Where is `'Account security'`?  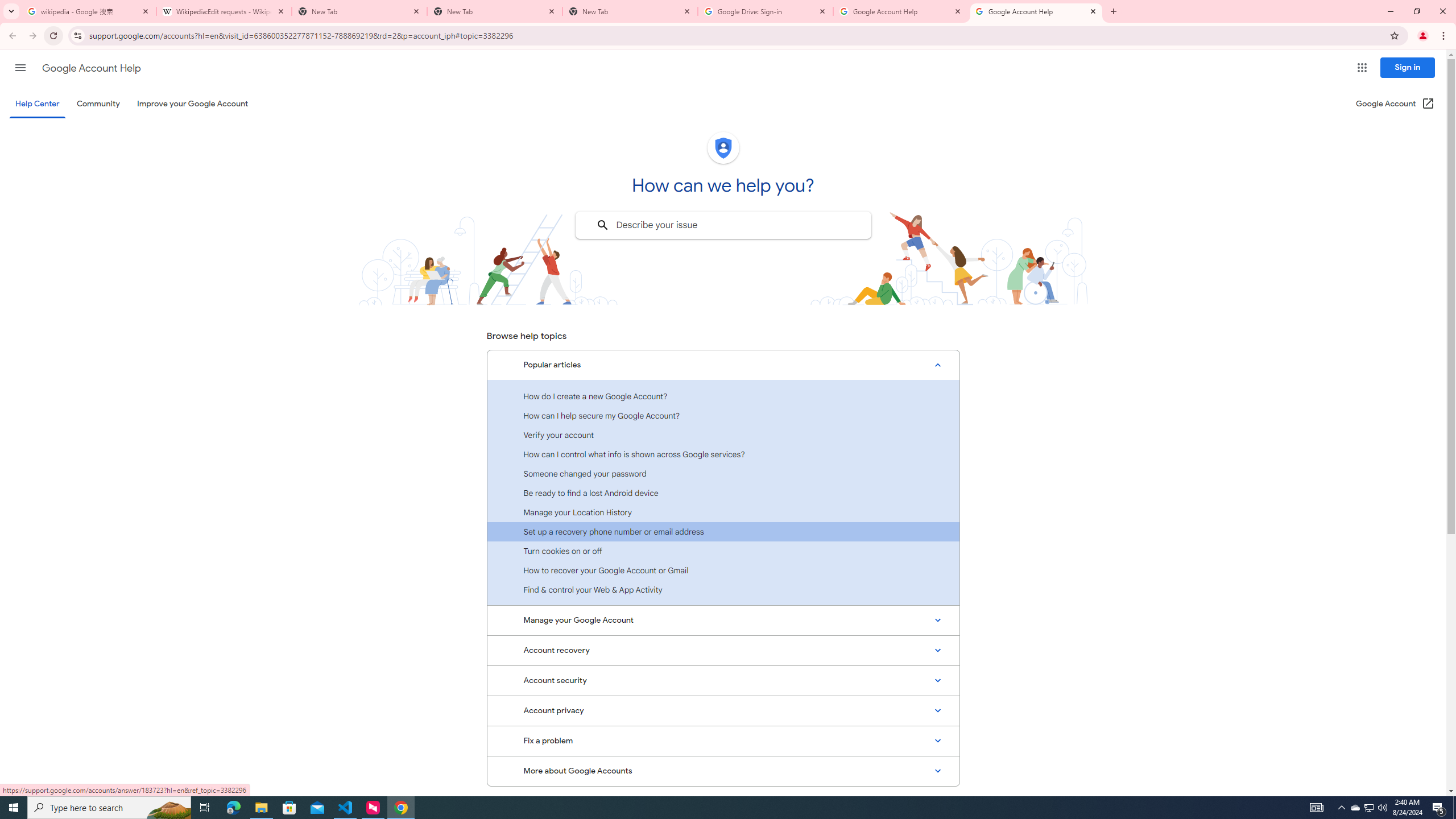
'Account security' is located at coordinates (723, 680).